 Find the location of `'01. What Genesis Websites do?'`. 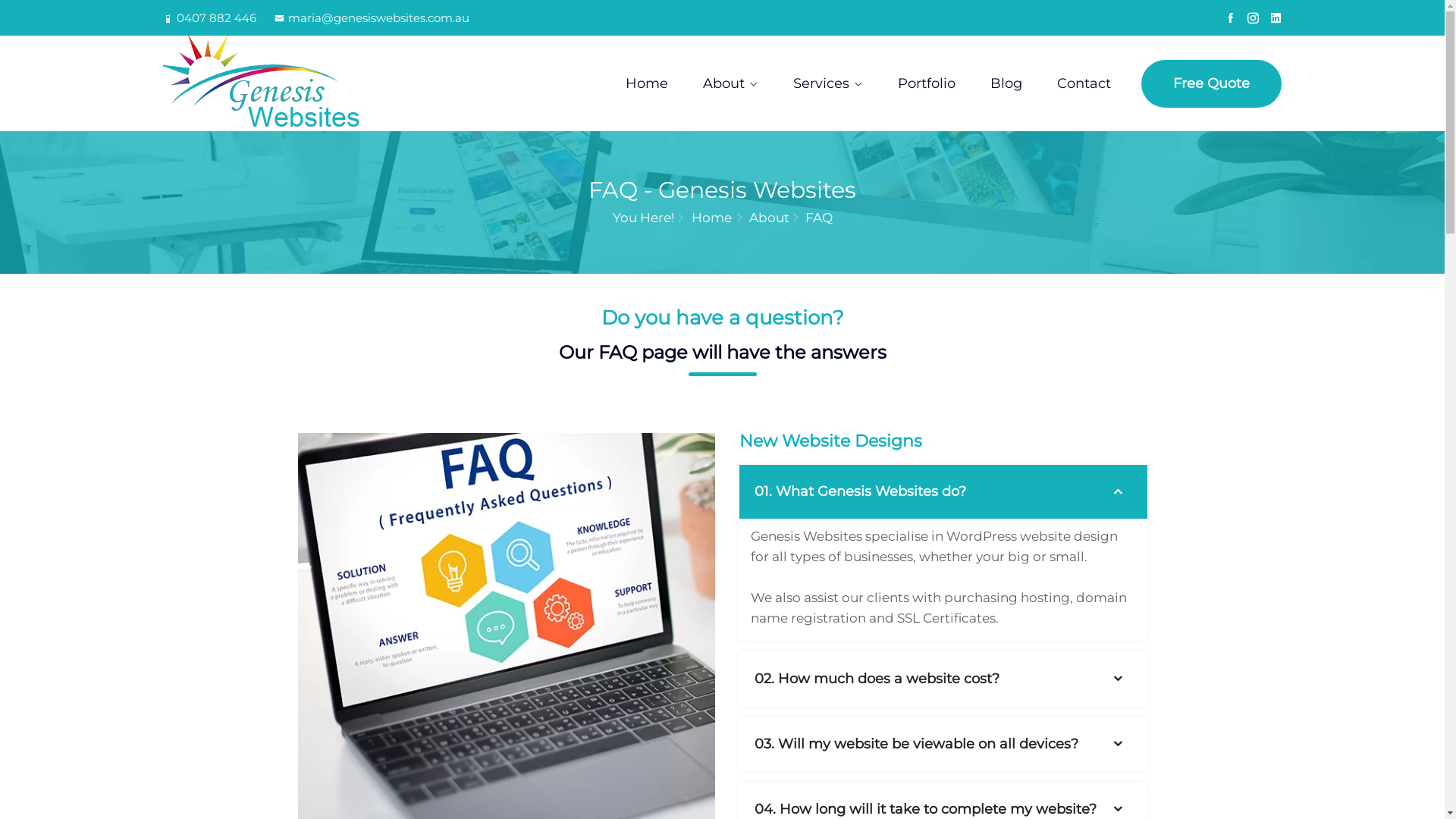

'01. What Genesis Websites do?' is located at coordinates (942, 491).